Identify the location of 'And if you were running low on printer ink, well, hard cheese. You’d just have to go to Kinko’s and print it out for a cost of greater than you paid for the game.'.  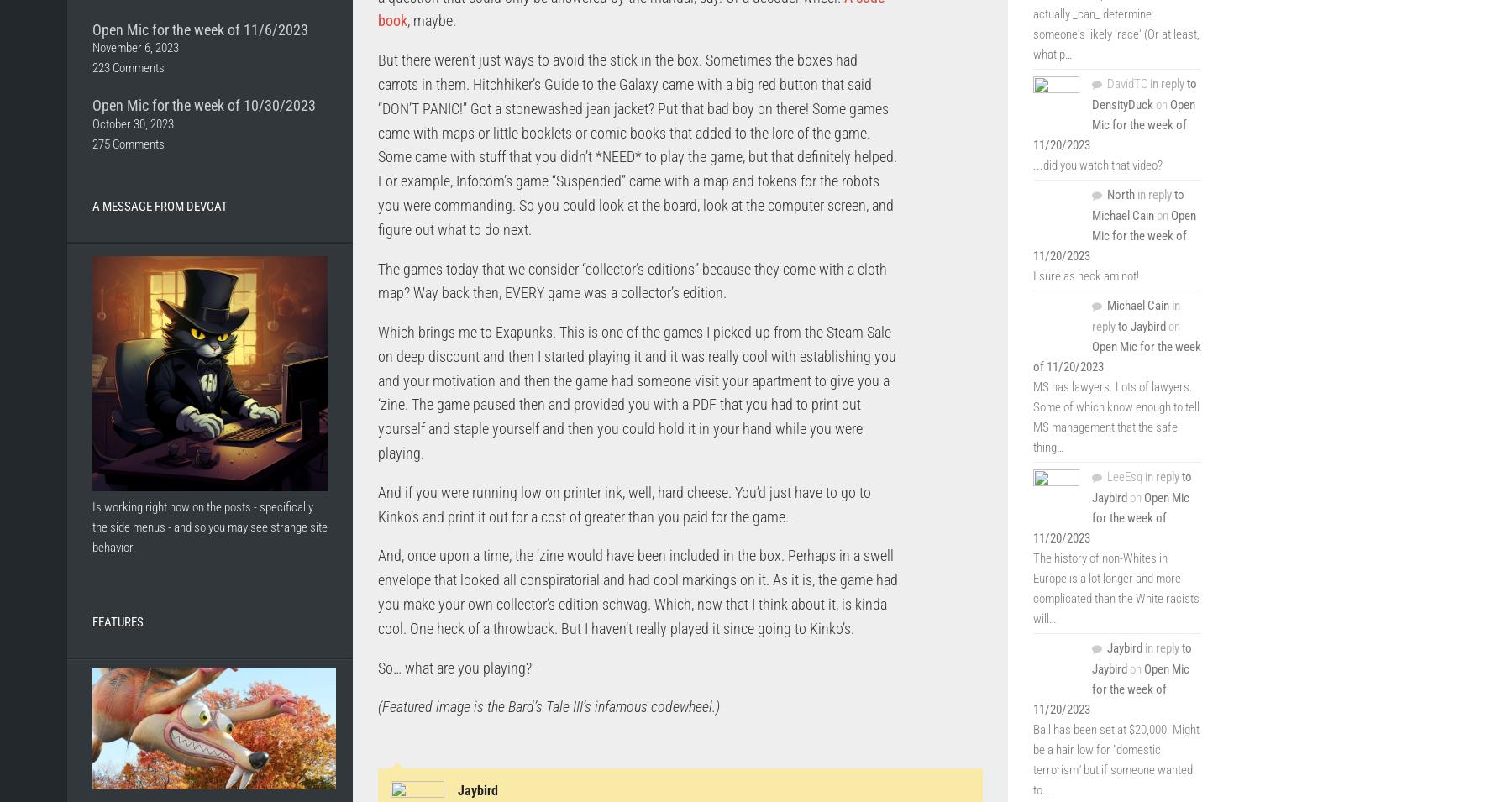
(623, 504).